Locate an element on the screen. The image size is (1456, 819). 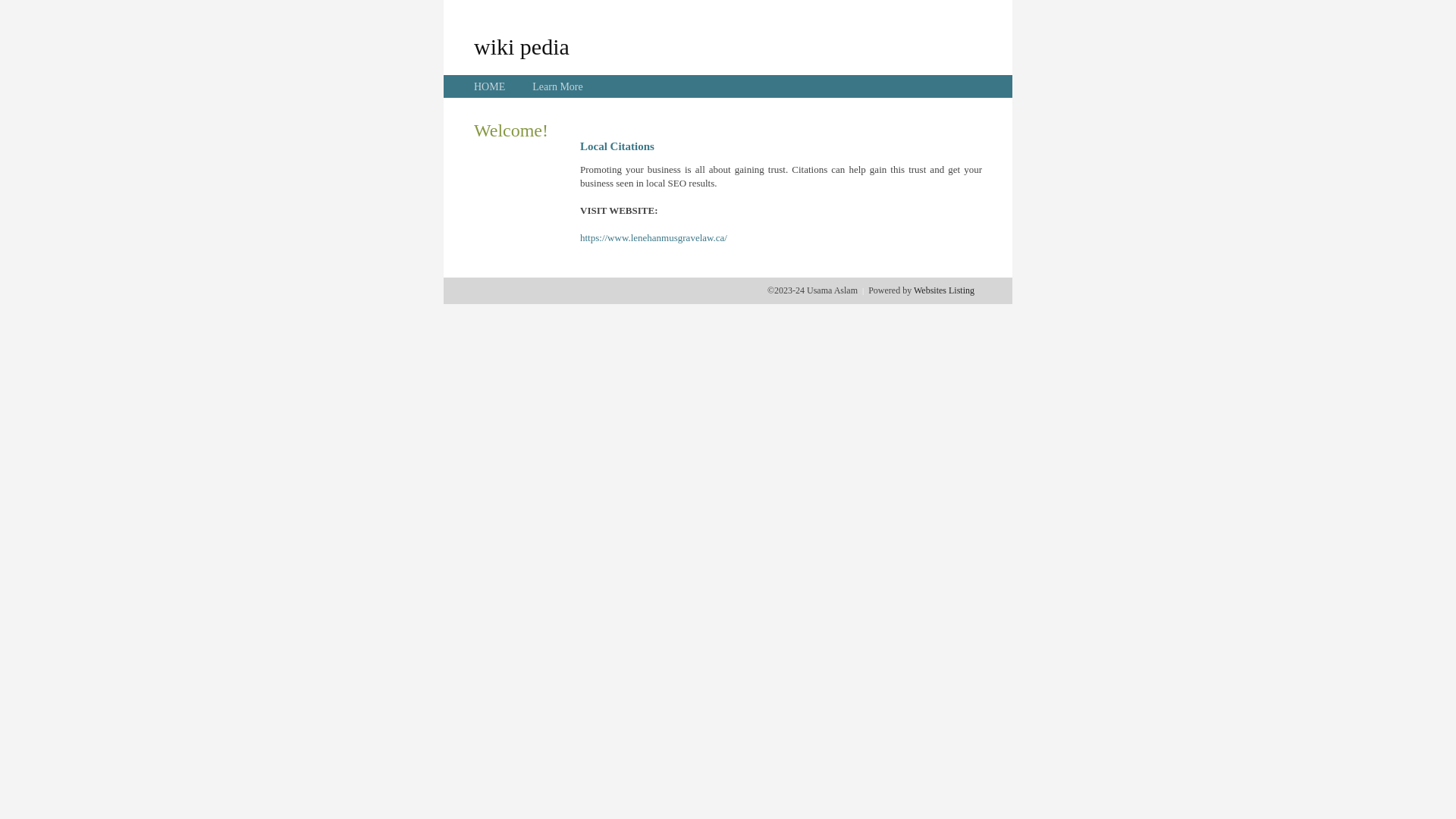
'HOME' is located at coordinates (472, 86).